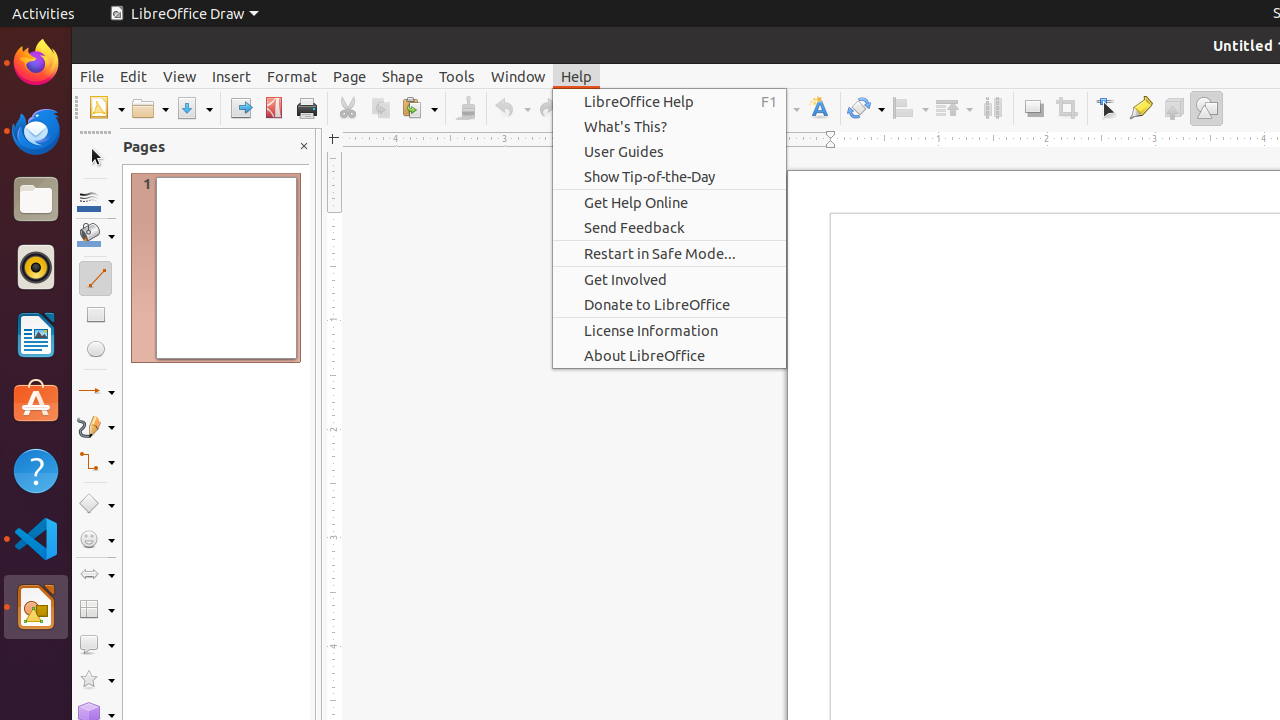  What do you see at coordinates (302, 145) in the screenshot?
I see `'Close Pane'` at bounding box center [302, 145].